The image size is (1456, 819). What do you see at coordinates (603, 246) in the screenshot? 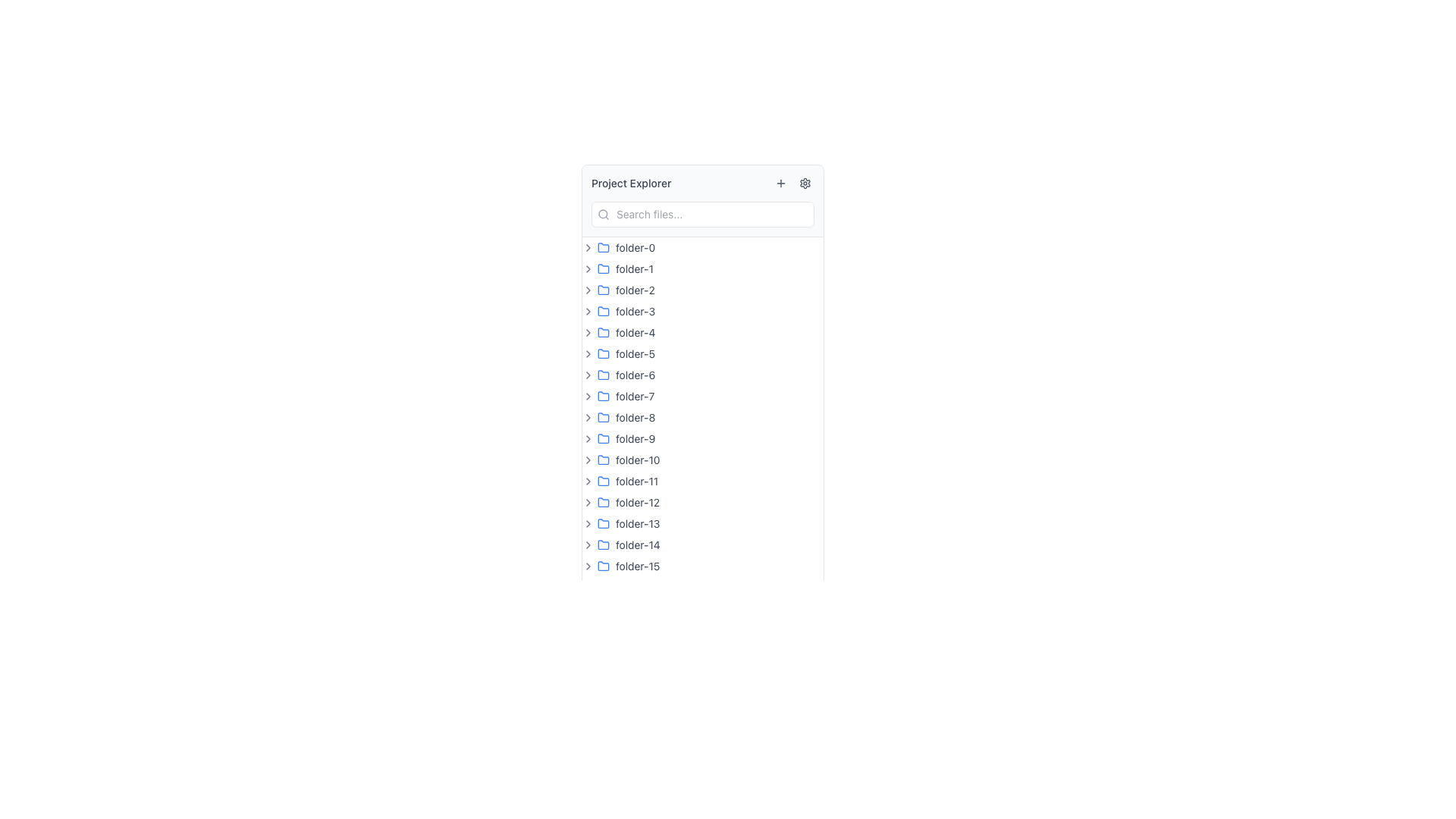
I see `the folder icon with a blue outline located in the 'Project Explorer' panel preceding the label 'folder-0'` at bounding box center [603, 246].